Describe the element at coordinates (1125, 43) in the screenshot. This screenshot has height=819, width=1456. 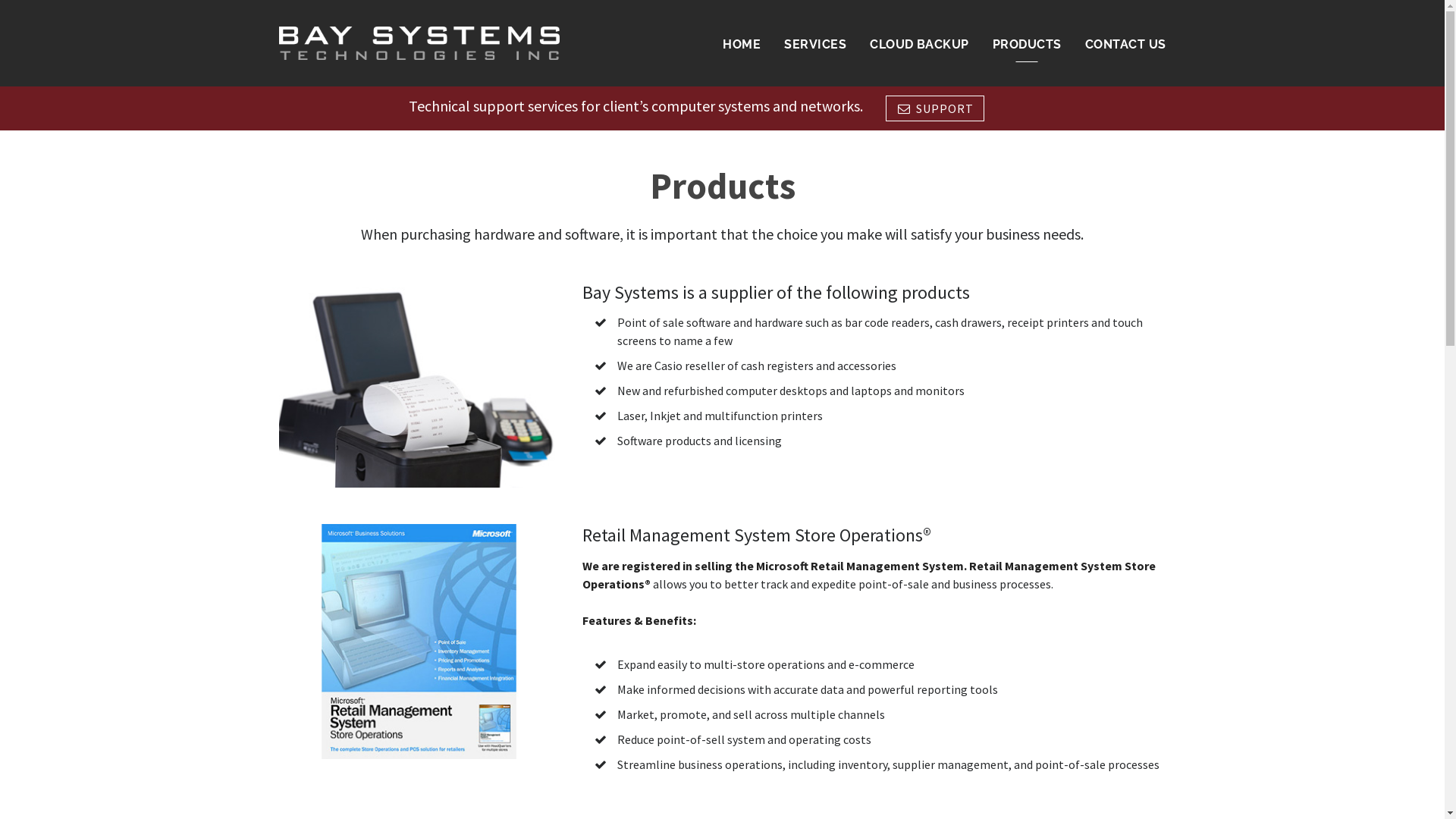
I see `'CONTACT US'` at that location.